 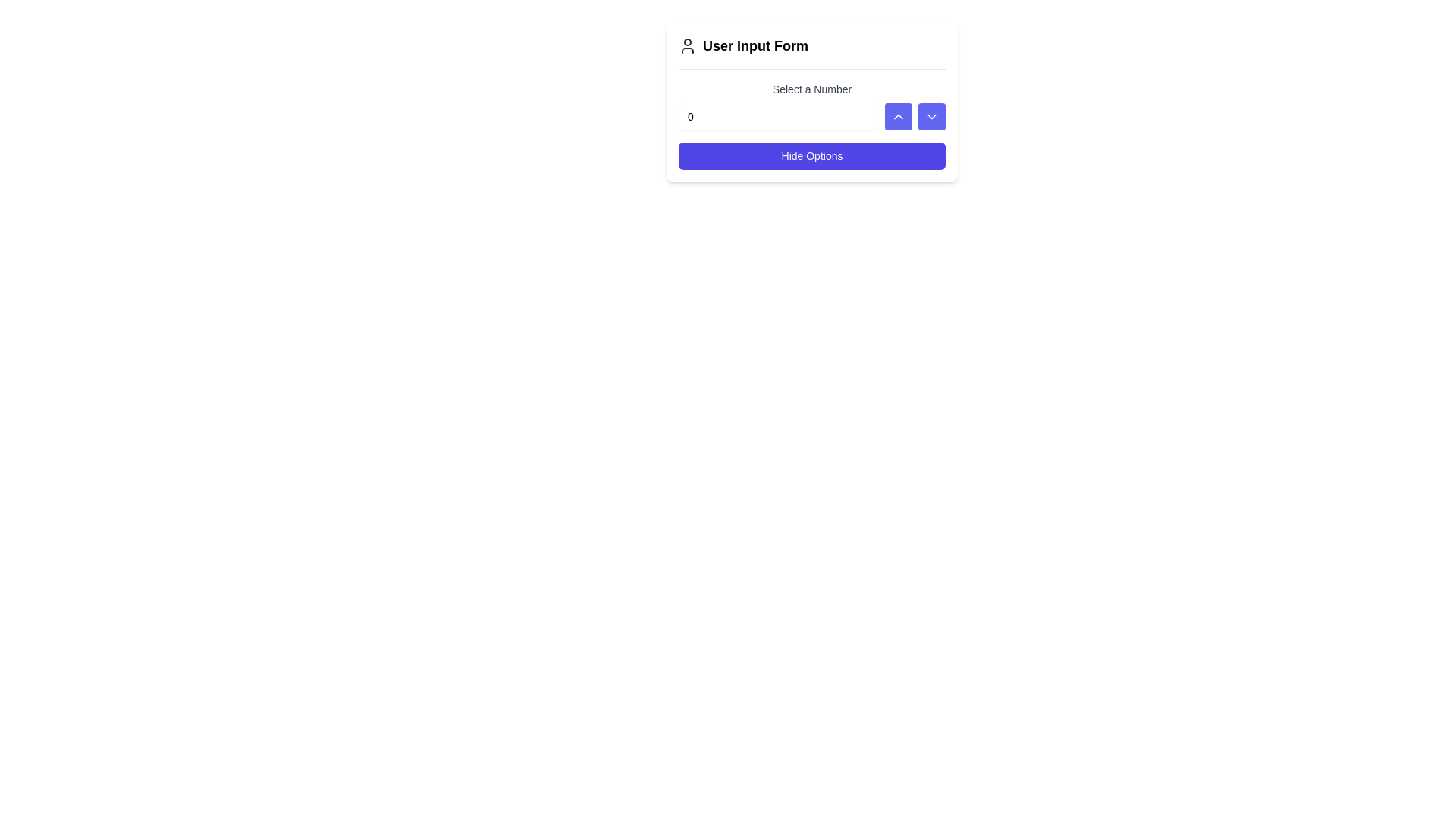 What do you see at coordinates (811, 155) in the screenshot?
I see `the button located at the bottom of the 'User Input Form'` at bounding box center [811, 155].